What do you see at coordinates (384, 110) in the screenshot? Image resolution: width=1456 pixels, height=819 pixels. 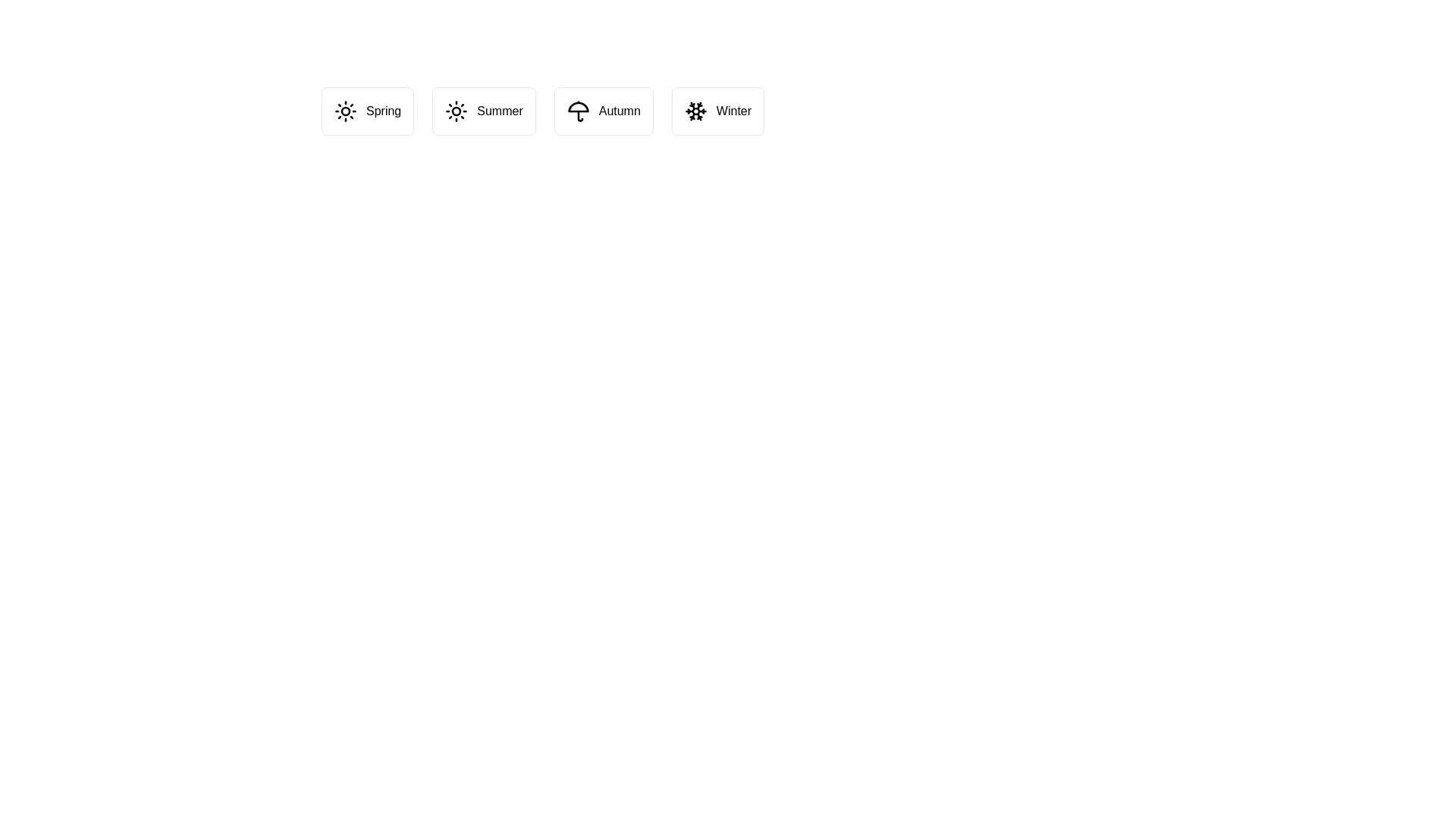 I see `the static text label for the 'Spring' theme, which is the first button in a sequence of four horizontally arranged buttons at the upper center area of the interface` at bounding box center [384, 110].